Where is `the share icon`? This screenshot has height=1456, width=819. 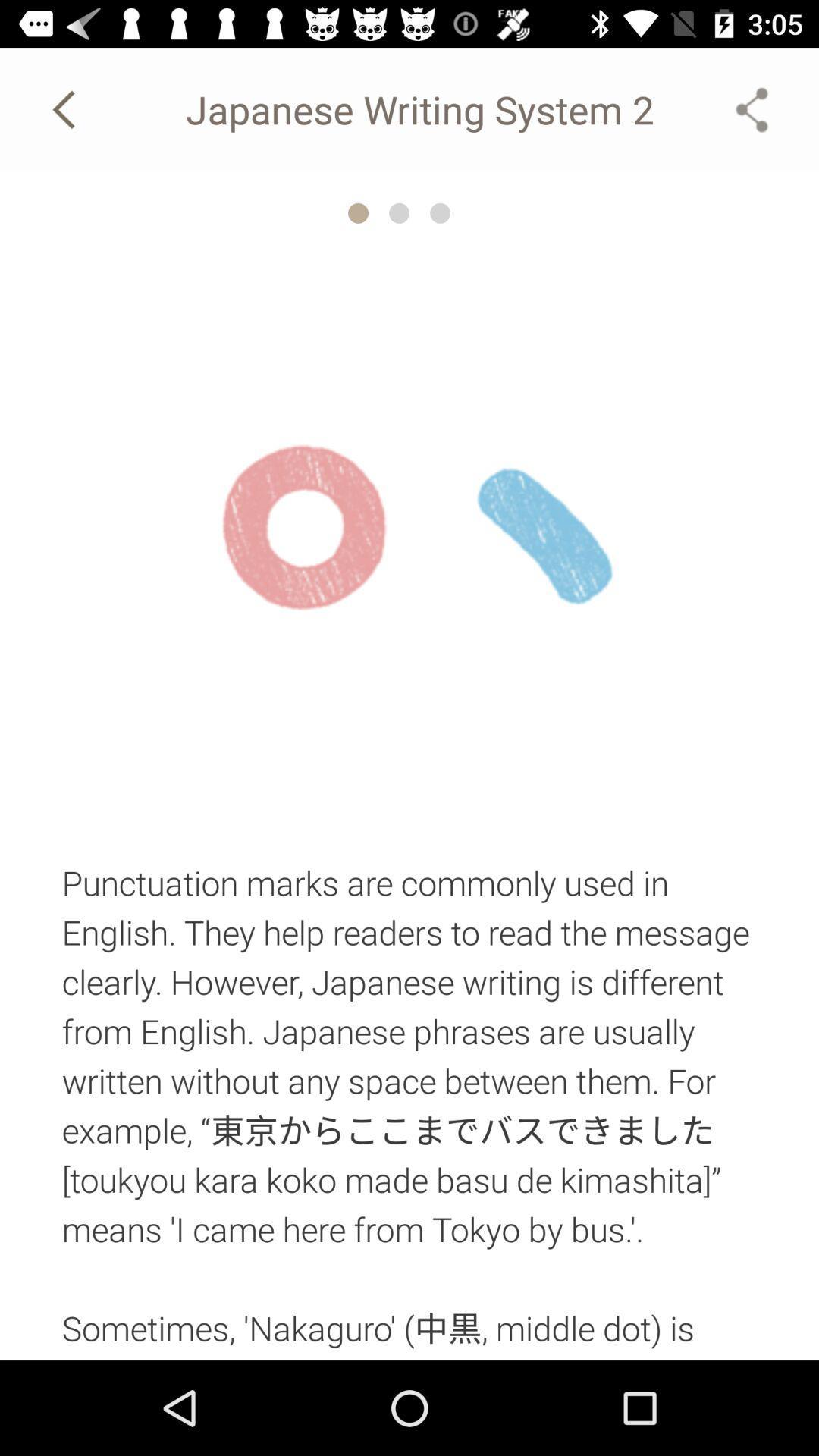 the share icon is located at coordinates (752, 108).